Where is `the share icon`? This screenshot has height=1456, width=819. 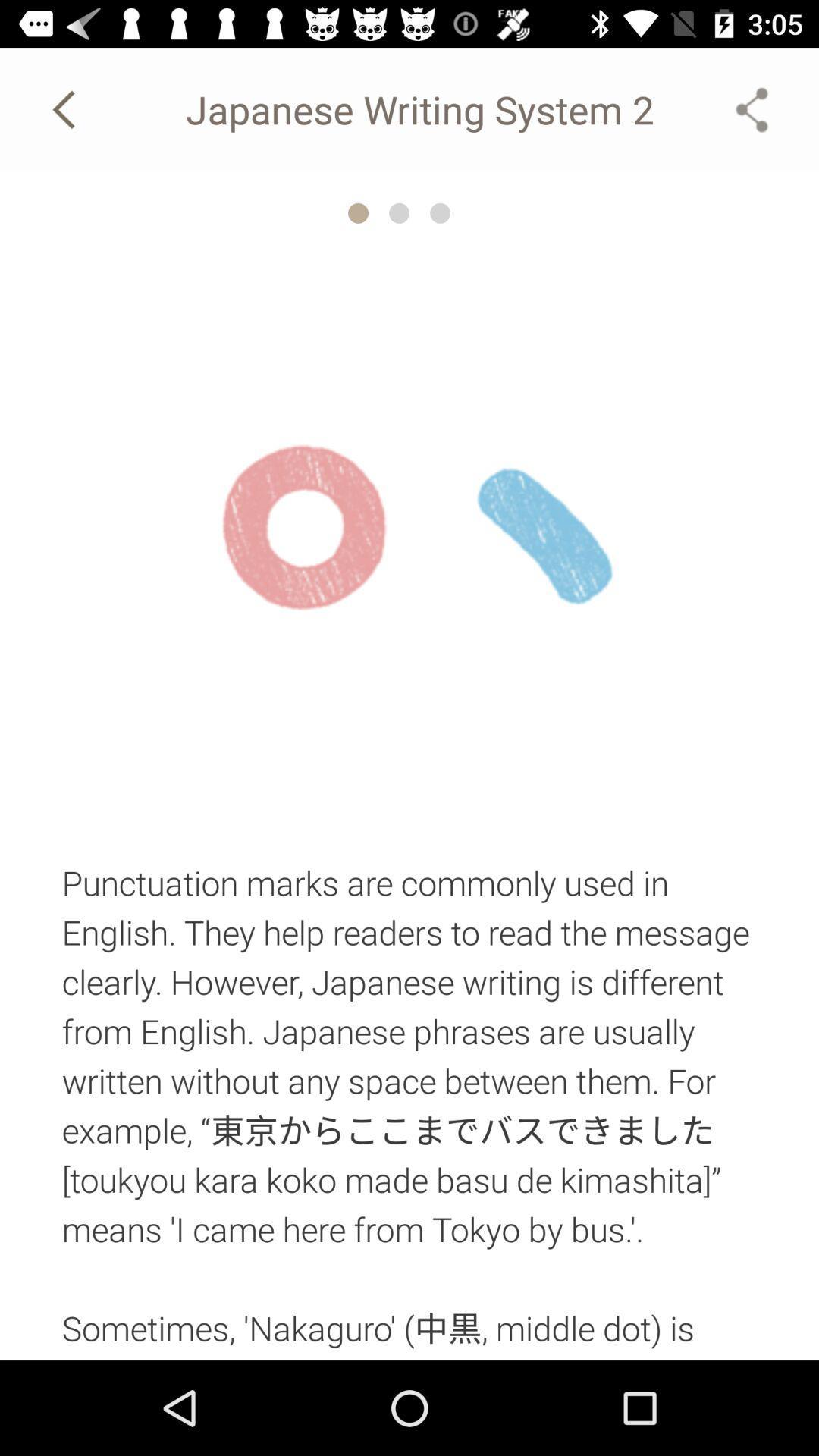 the share icon is located at coordinates (752, 108).